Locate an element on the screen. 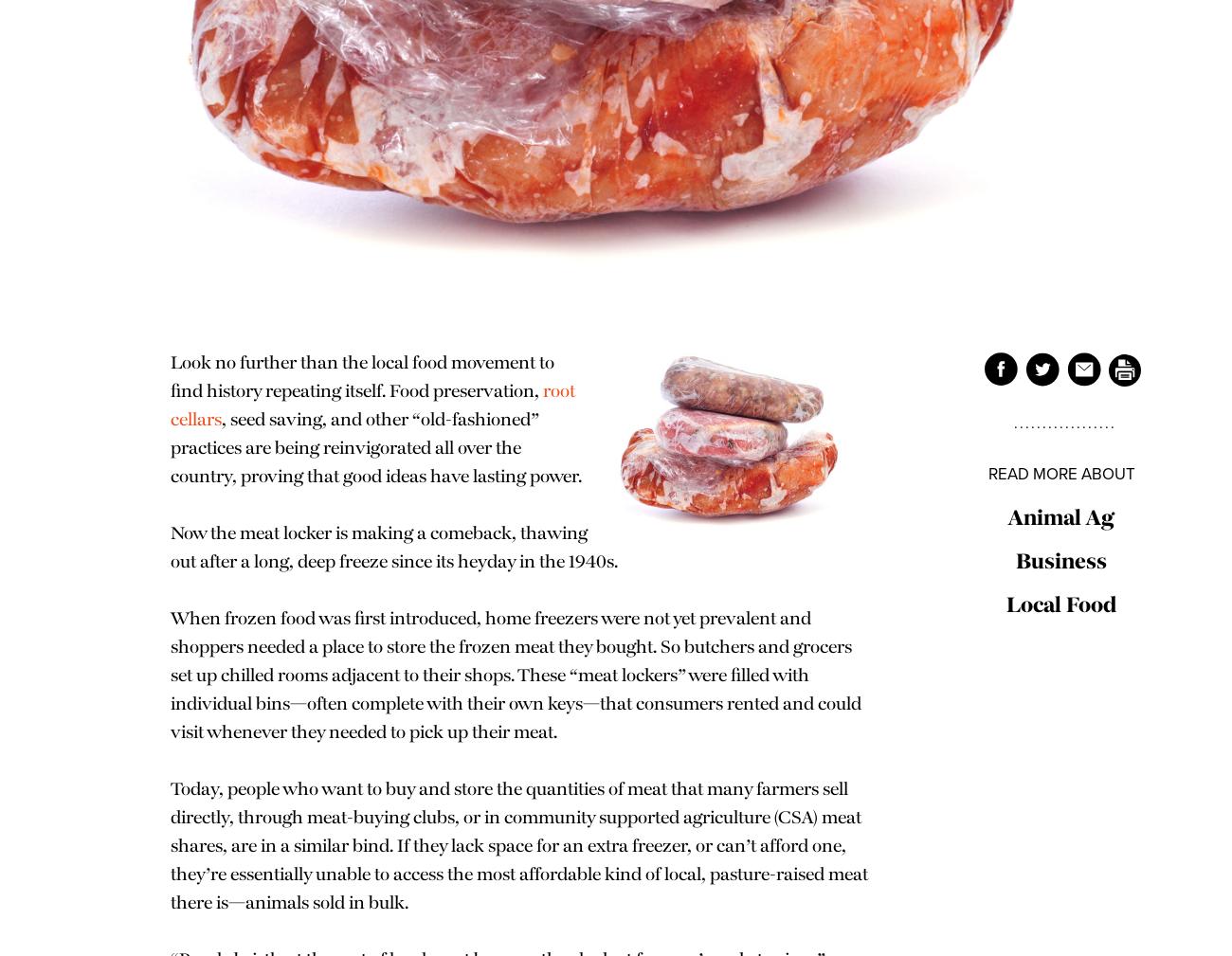 The height and width of the screenshot is (956, 1232). 'Look no further than the local food movement to find history repeating itself. Food preservation,' is located at coordinates (171, 376).